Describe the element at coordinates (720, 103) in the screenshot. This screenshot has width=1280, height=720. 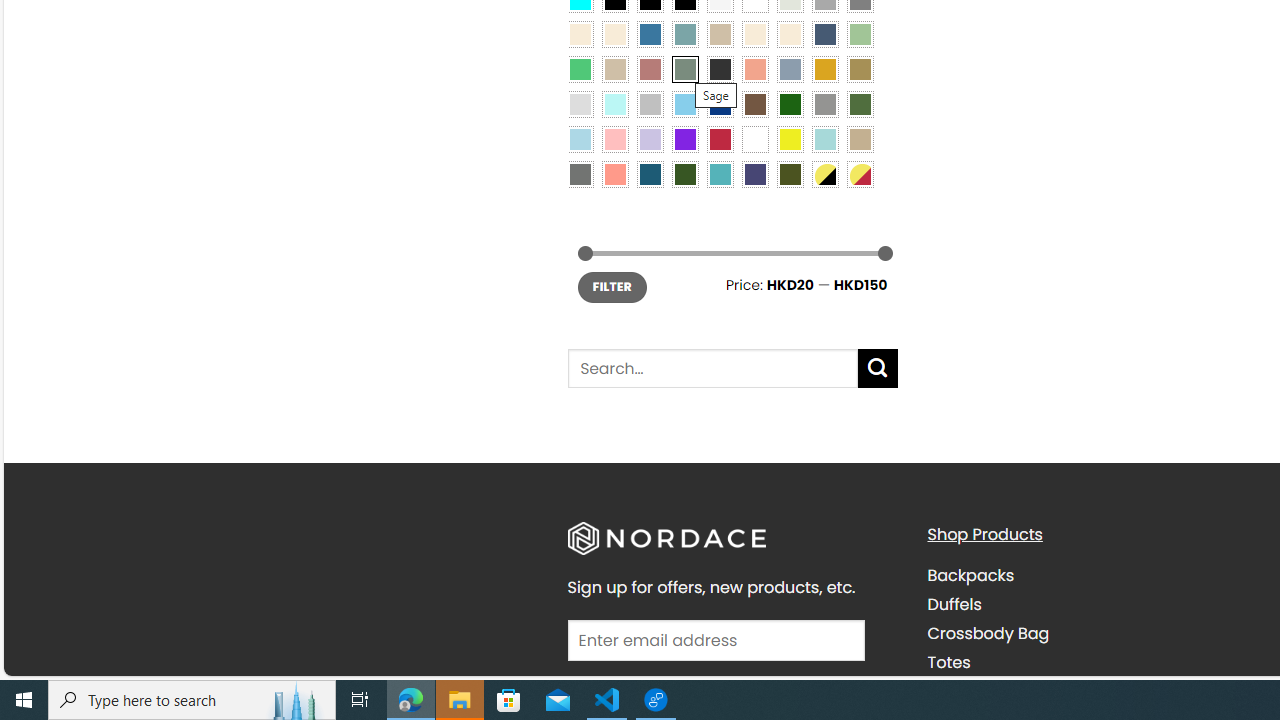
I see `'Navy Blue'` at that location.